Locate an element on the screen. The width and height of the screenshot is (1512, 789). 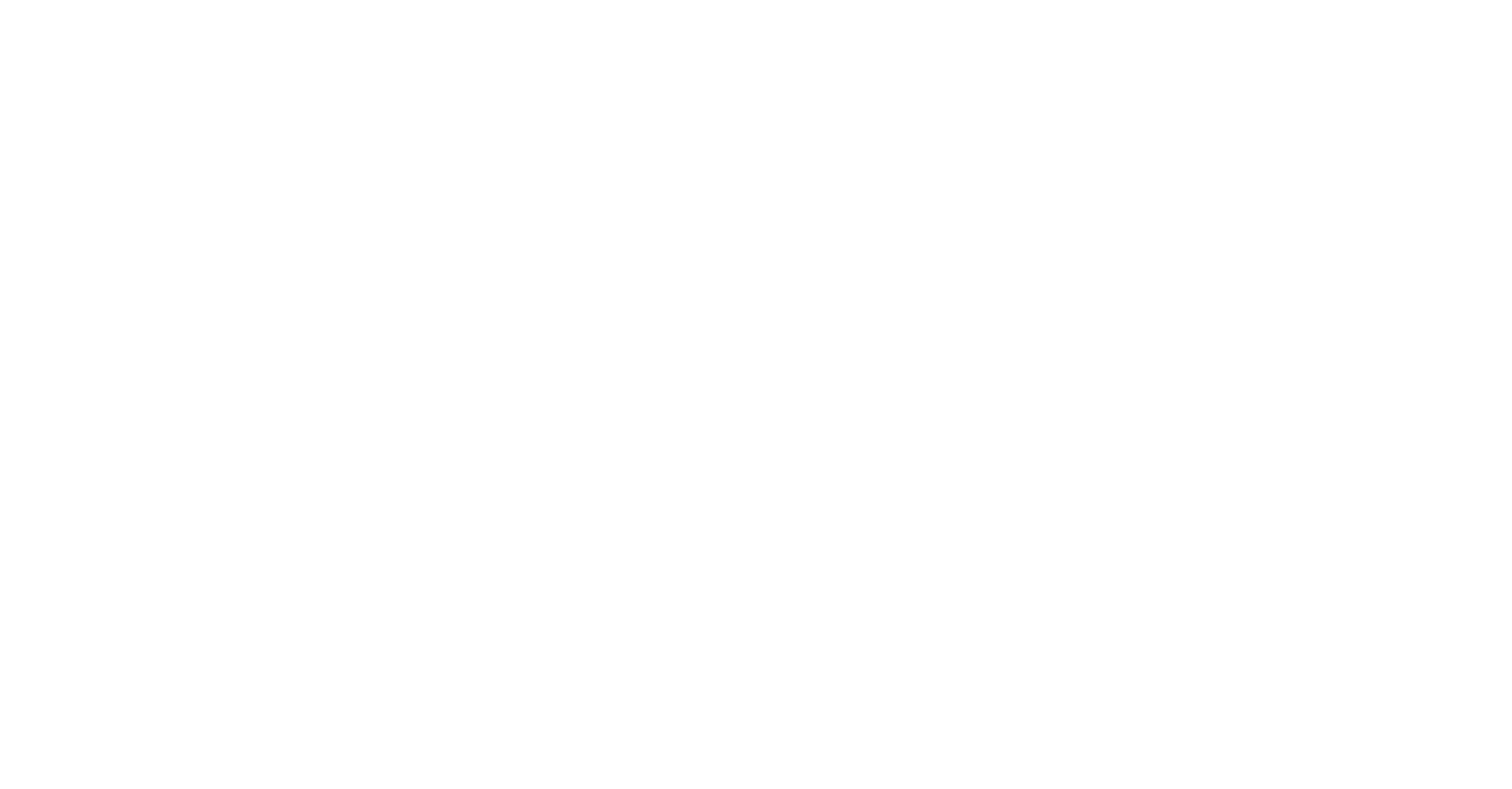
'Inhalt' is located at coordinates (754, 681).